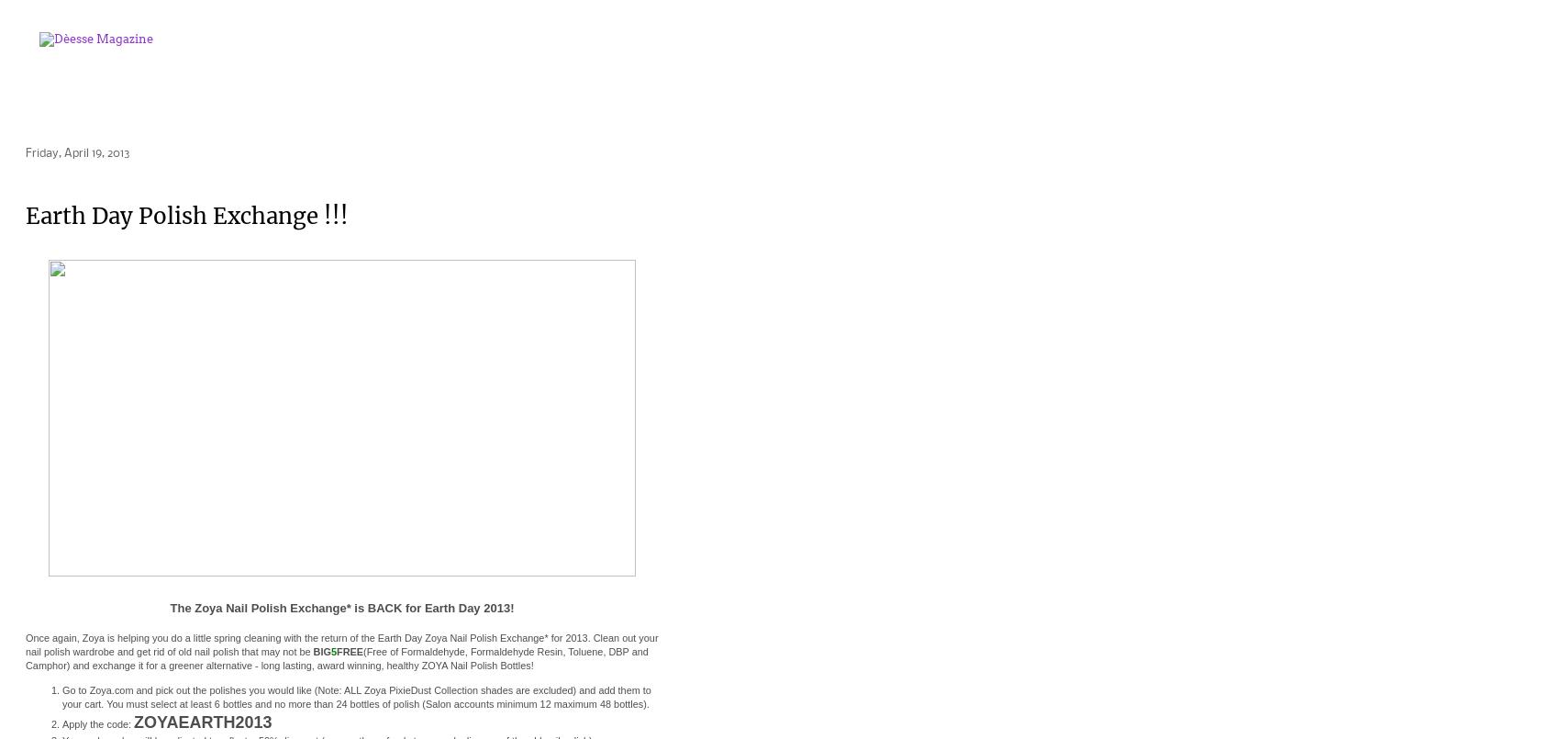 The image size is (1568, 739). Describe the element at coordinates (340, 644) in the screenshot. I see `'Once again, Zoya is helping you do a little spring cleaning with the return of the Earth Day Zoya Nail Polish Exchange* for 2013. Clean out your nail polish wardrobe and get rid of old nail polish that may not be'` at that location.